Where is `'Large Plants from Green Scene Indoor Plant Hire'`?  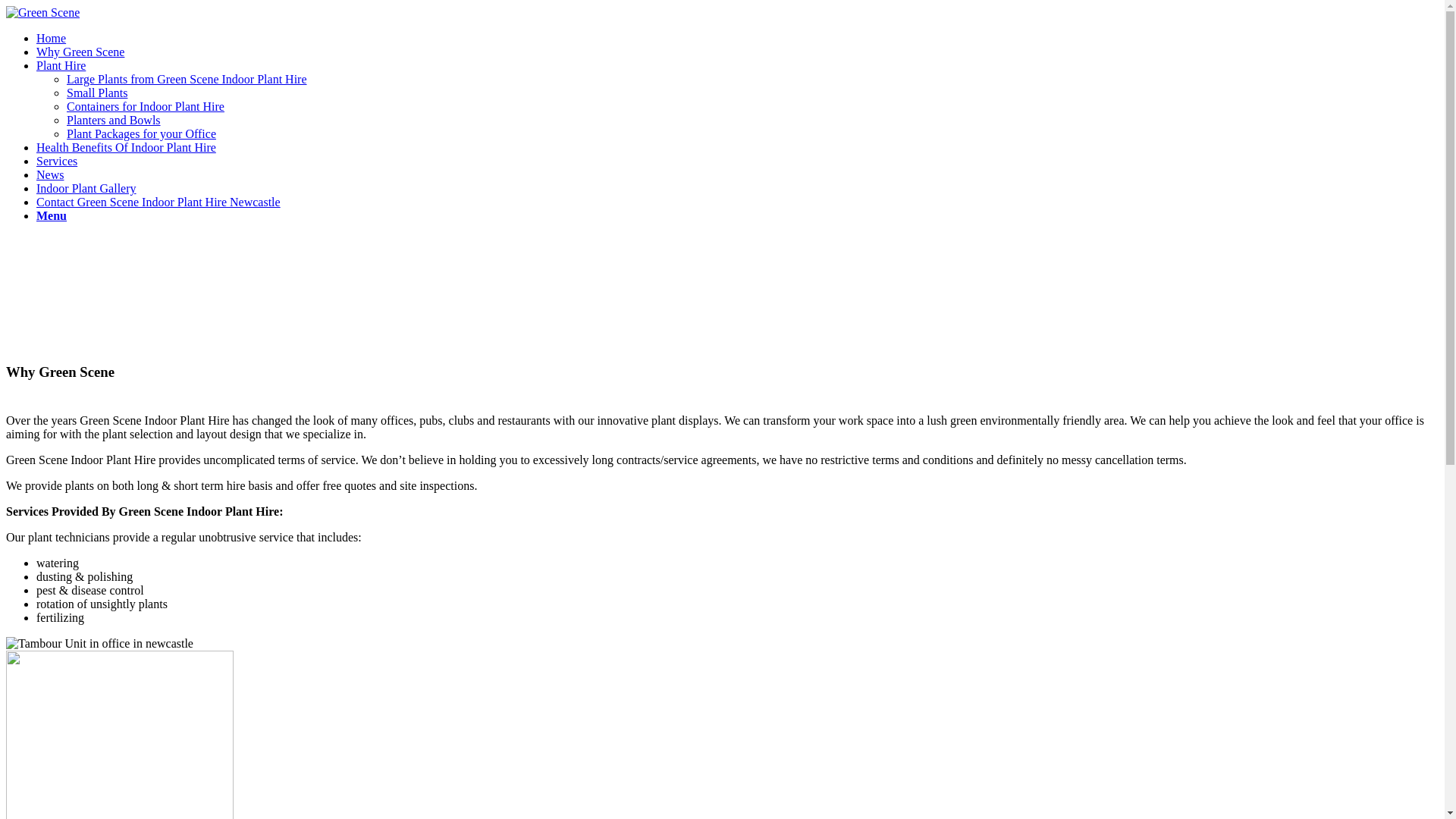 'Large Plants from Green Scene Indoor Plant Hire' is located at coordinates (65, 79).